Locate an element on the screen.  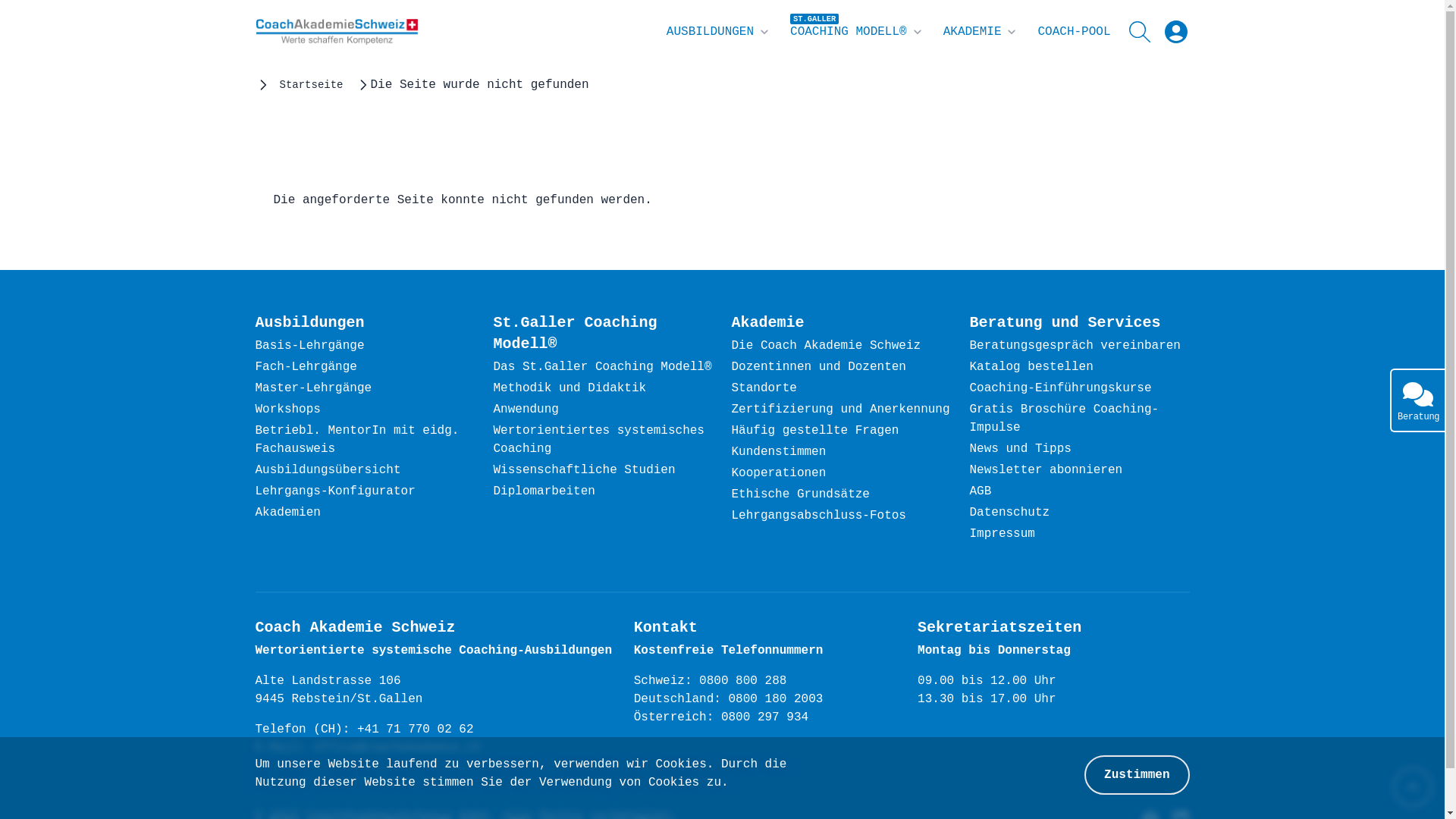
'Impressum' is located at coordinates (1001, 534).